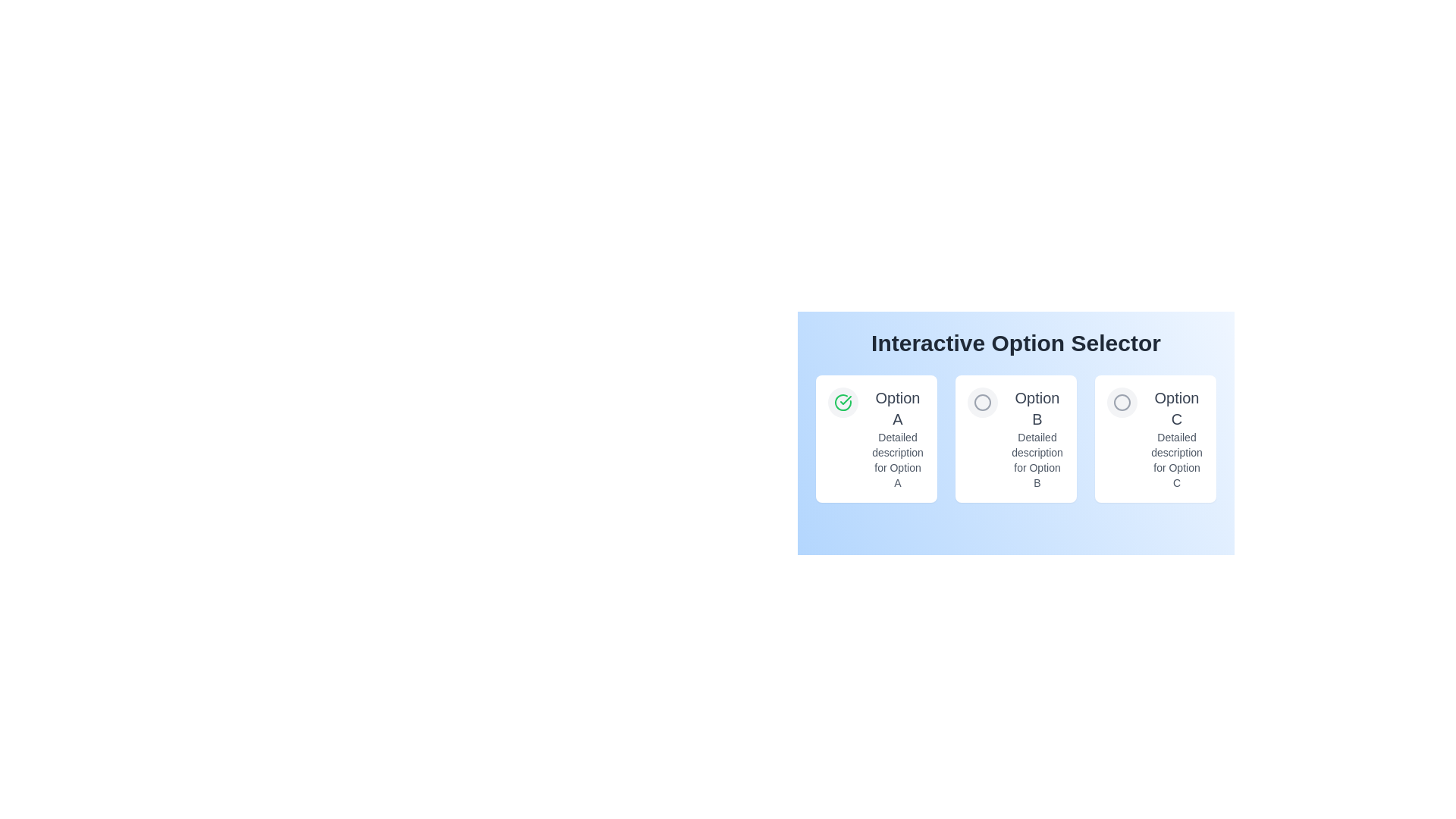 This screenshot has height=819, width=1456. Describe the element at coordinates (898, 459) in the screenshot. I see `the static text label that contains 'Detailed description for Option A', which is located below the 'Option A' label in the first option card` at that location.